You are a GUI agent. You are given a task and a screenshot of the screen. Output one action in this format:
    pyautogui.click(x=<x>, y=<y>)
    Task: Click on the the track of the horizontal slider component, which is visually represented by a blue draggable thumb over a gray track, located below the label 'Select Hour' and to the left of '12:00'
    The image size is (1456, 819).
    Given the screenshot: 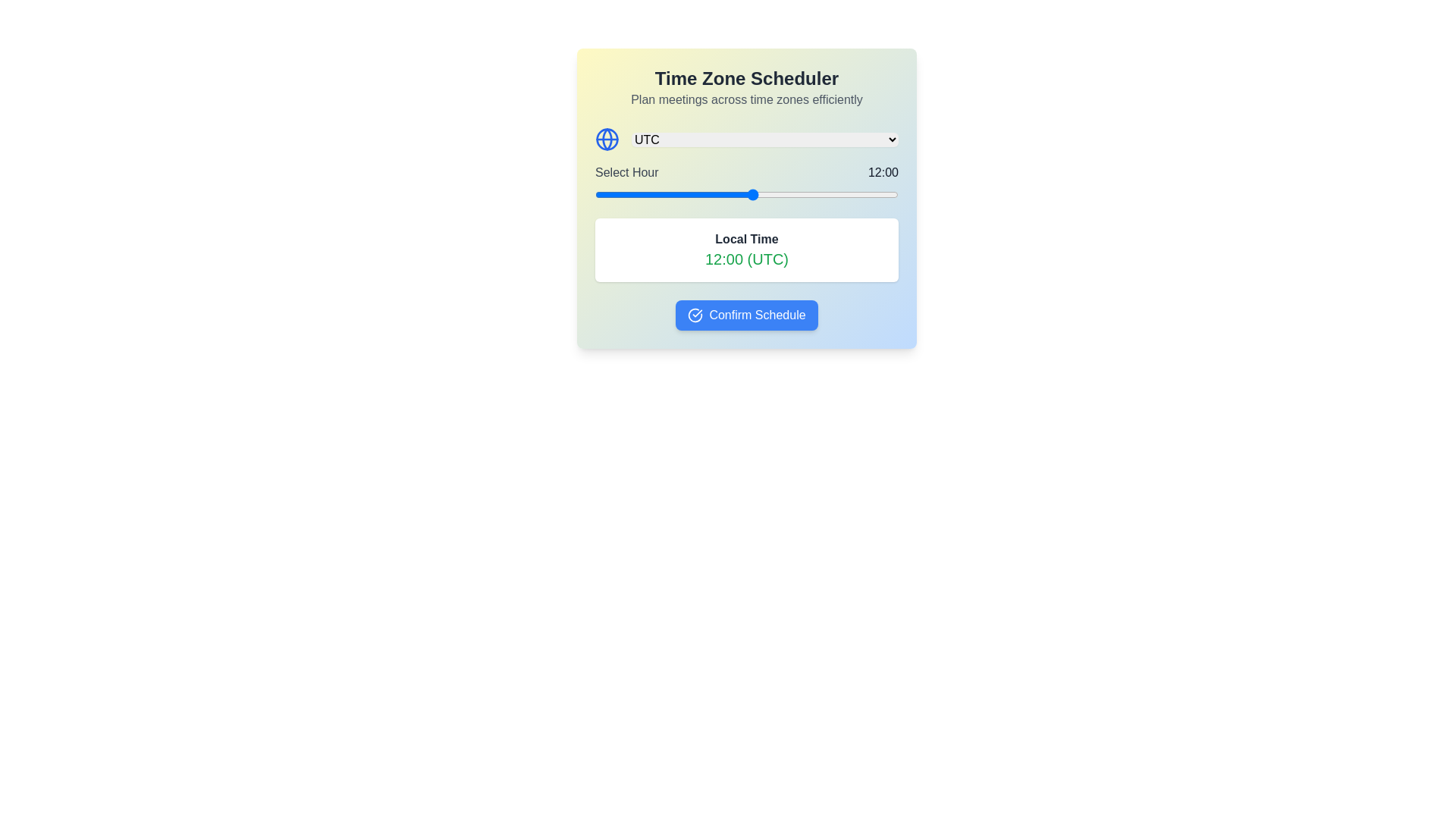 What is the action you would take?
    pyautogui.click(x=746, y=194)
    